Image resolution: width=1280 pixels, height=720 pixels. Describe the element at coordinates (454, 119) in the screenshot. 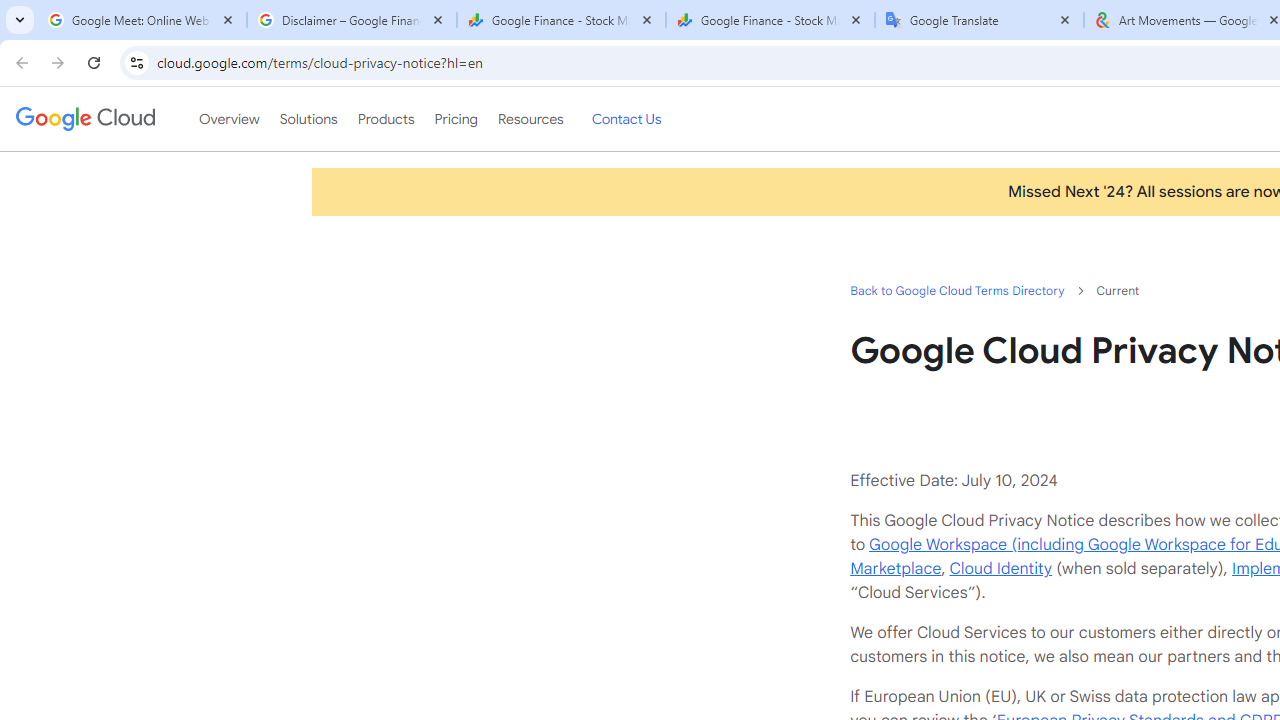

I see `'Pricing'` at that location.